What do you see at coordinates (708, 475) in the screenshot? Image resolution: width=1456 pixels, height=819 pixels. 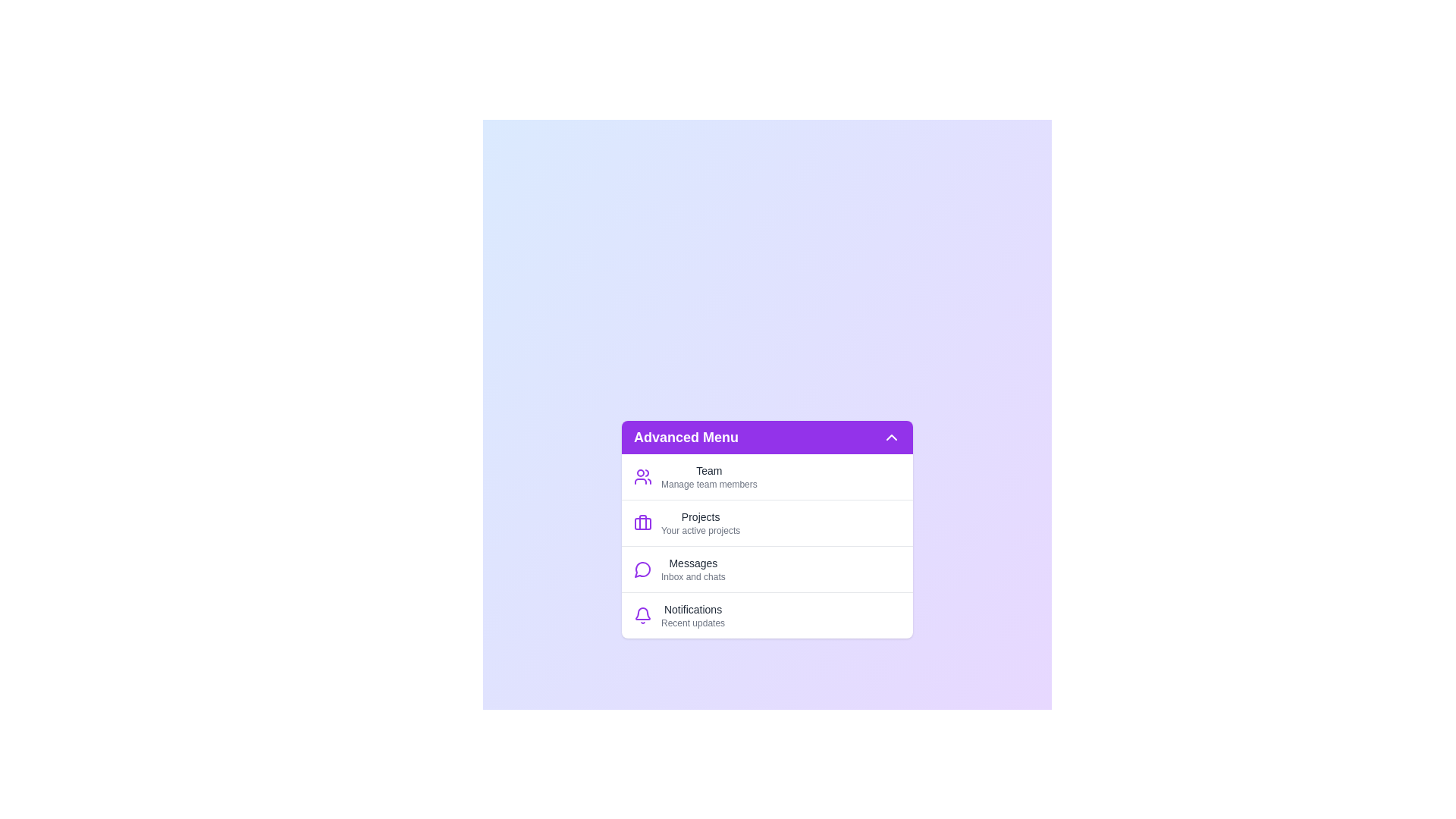 I see `the text of a menu item identified by its label Team` at bounding box center [708, 475].